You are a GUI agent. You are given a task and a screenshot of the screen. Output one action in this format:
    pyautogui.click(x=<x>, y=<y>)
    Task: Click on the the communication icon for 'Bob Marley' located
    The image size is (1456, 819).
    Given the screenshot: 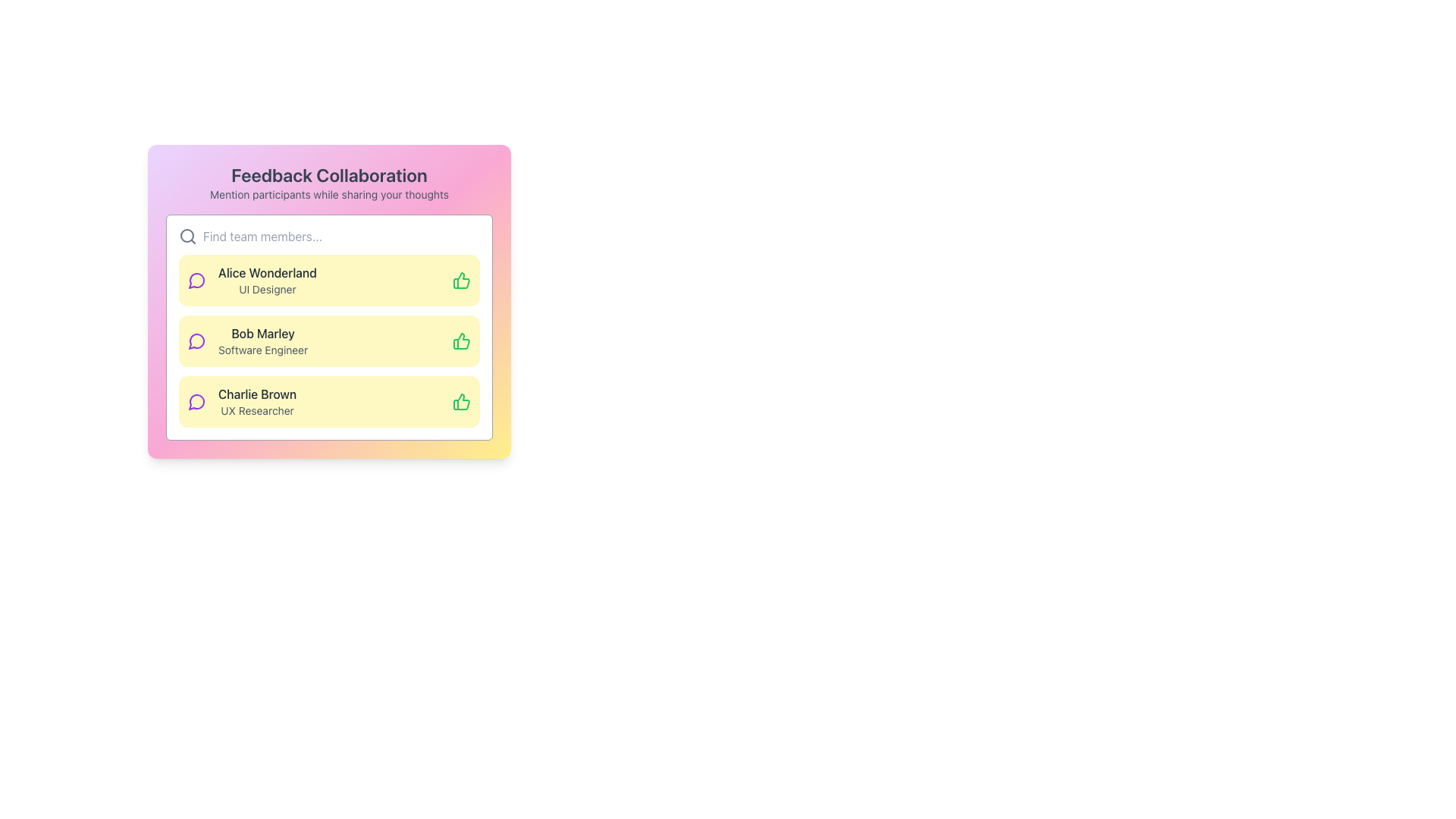 What is the action you would take?
    pyautogui.click(x=196, y=341)
    